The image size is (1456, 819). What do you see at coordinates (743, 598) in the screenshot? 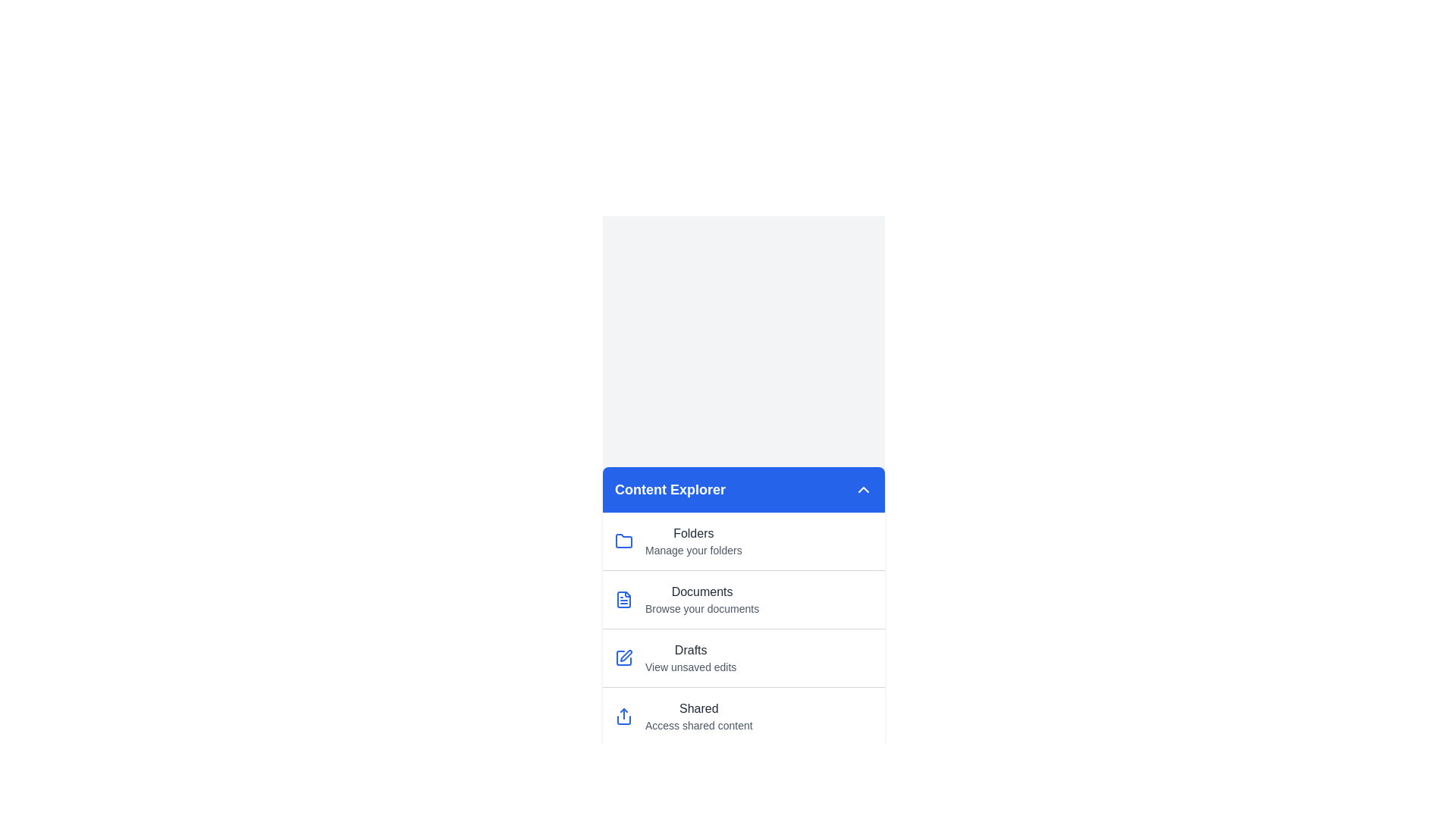
I see `the menu item corresponding to Documents` at bounding box center [743, 598].